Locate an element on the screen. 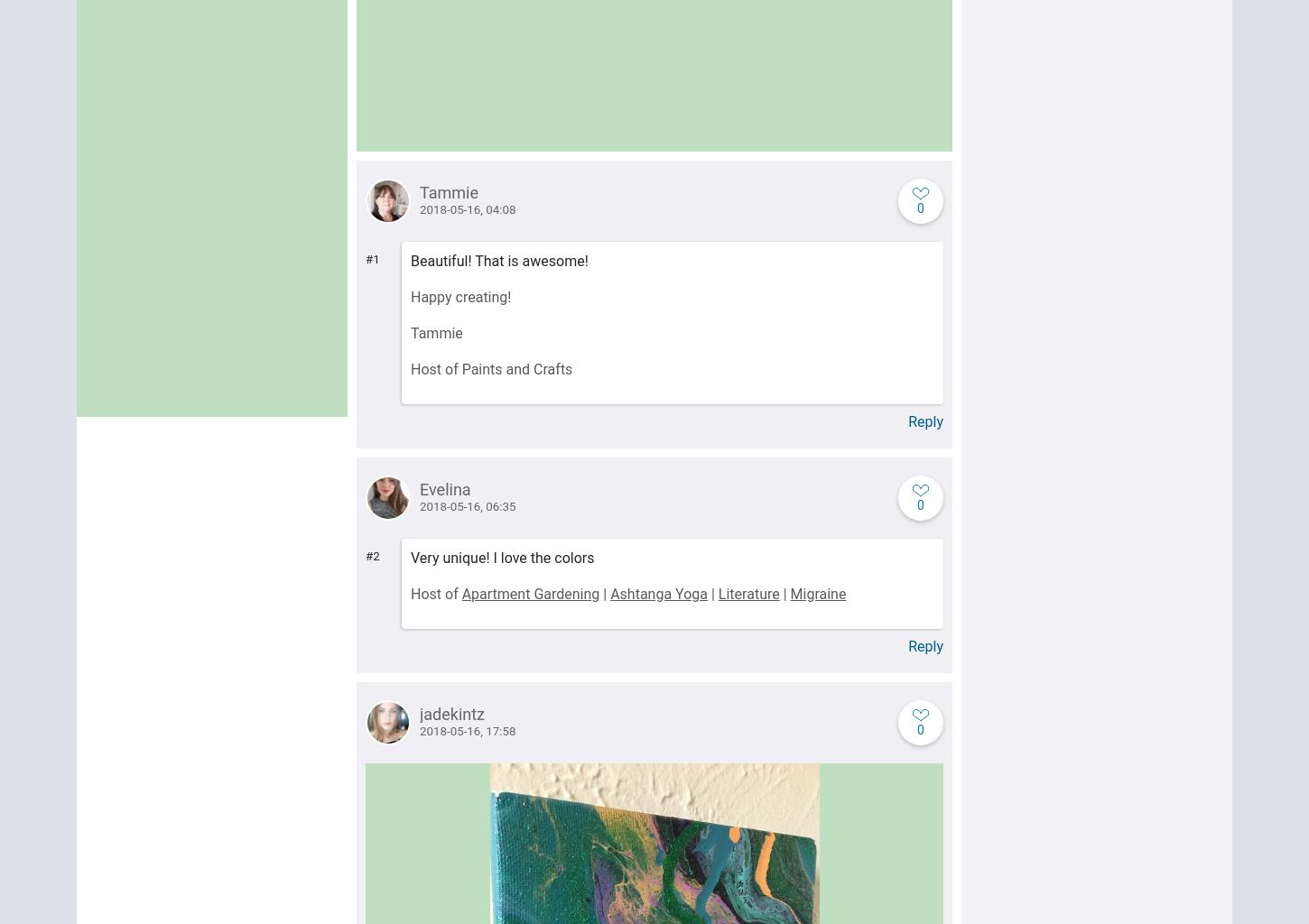  'Beautiful! That is awesome!' is located at coordinates (410, 260).